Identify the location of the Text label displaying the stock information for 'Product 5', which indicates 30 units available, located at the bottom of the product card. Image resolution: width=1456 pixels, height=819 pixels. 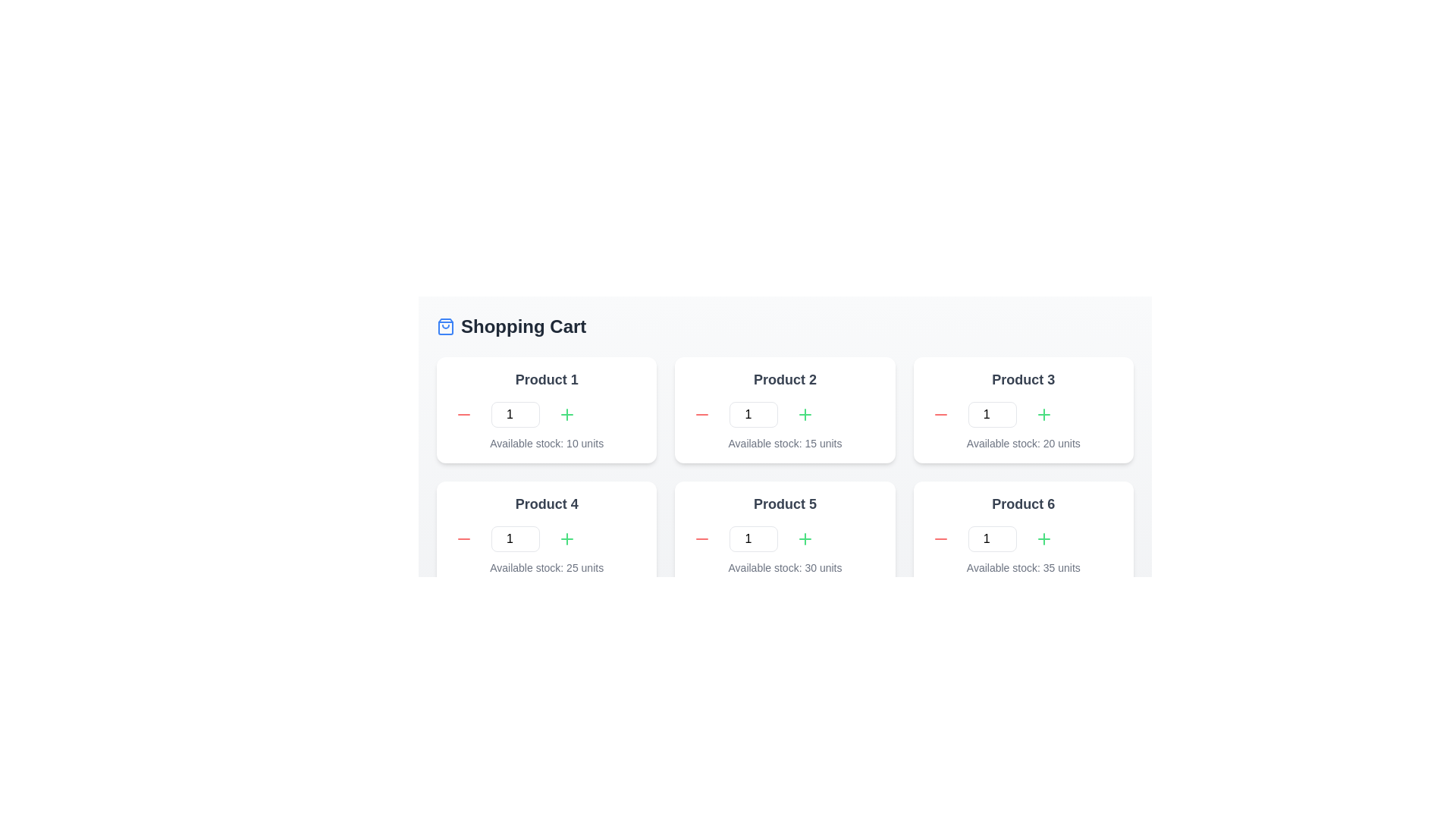
(785, 567).